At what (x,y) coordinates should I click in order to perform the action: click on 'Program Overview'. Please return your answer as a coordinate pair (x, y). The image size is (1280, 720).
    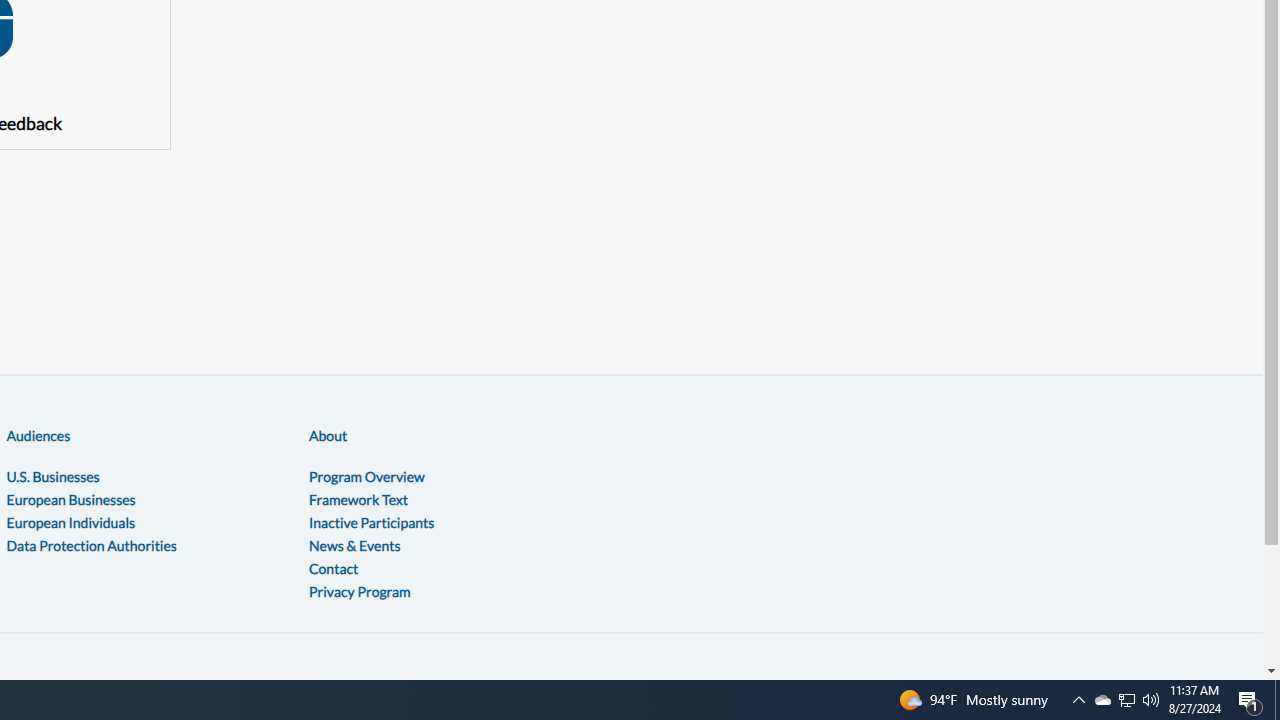
    Looking at the image, I should click on (366, 476).